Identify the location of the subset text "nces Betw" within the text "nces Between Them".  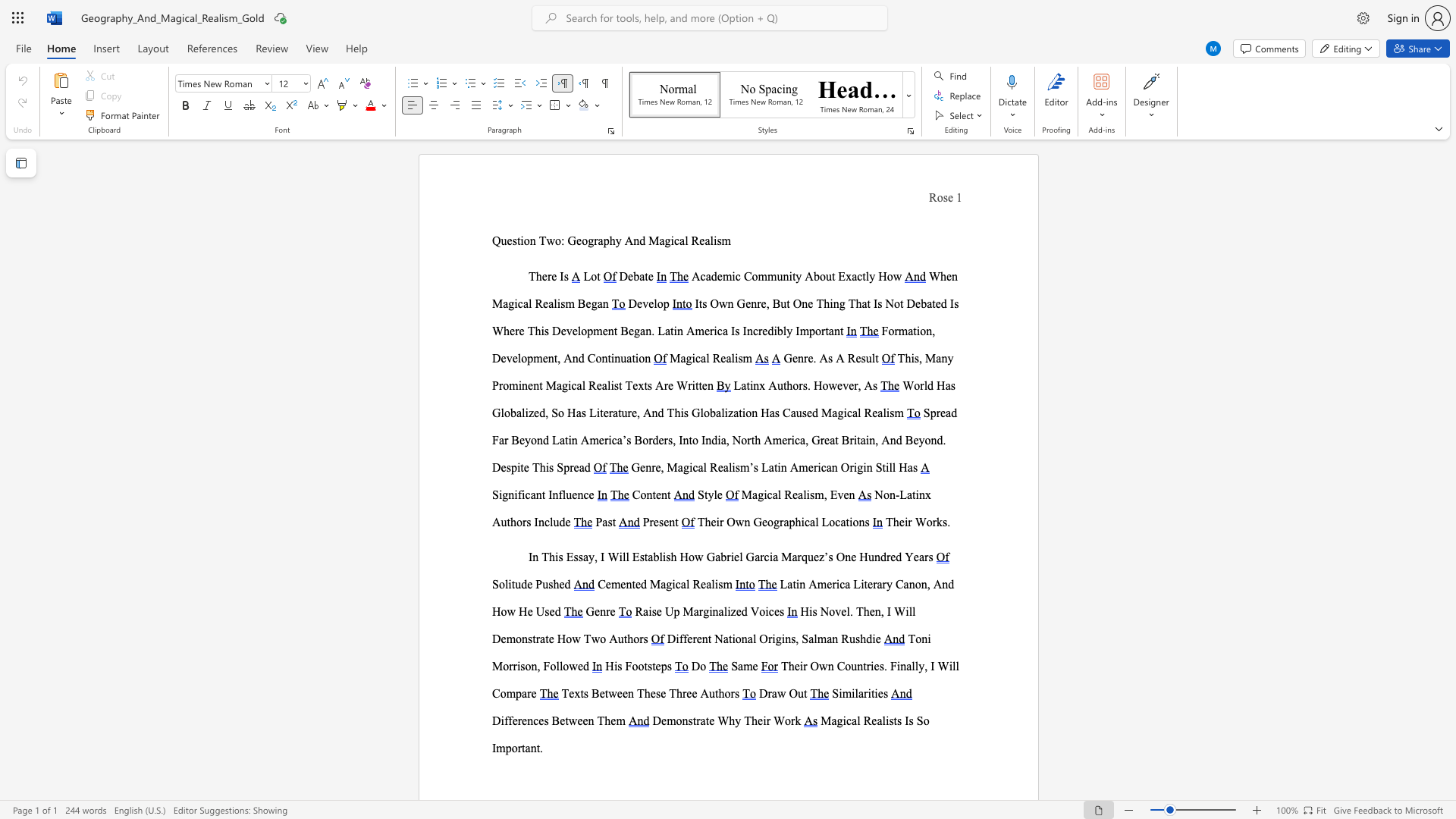
(527, 720).